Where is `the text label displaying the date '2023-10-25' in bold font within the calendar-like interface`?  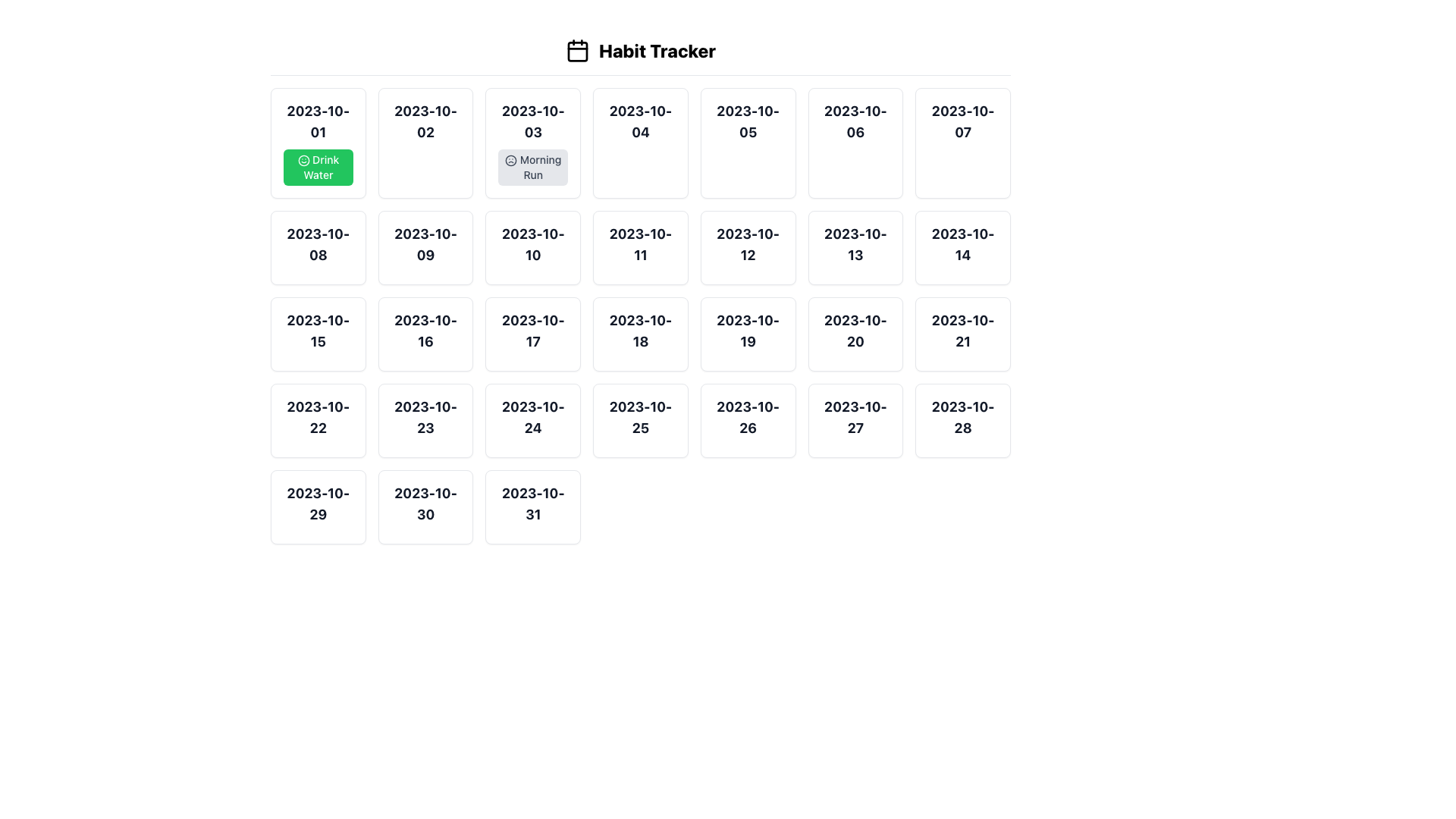
the text label displaying the date '2023-10-25' in bold font within the calendar-like interface is located at coordinates (640, 418).